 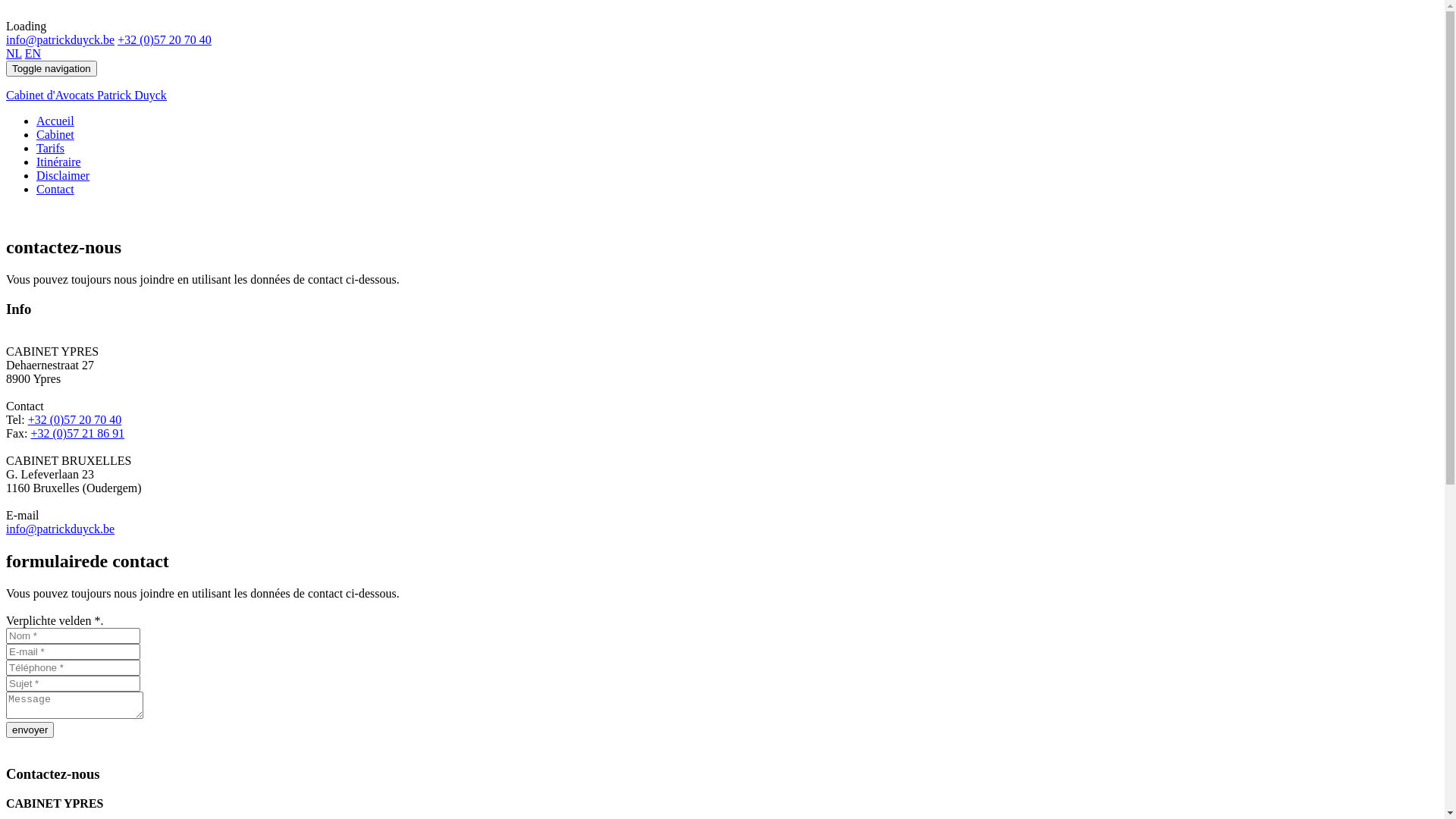 I want to click on 'Toggle navigation', so click(x=51, y=68).